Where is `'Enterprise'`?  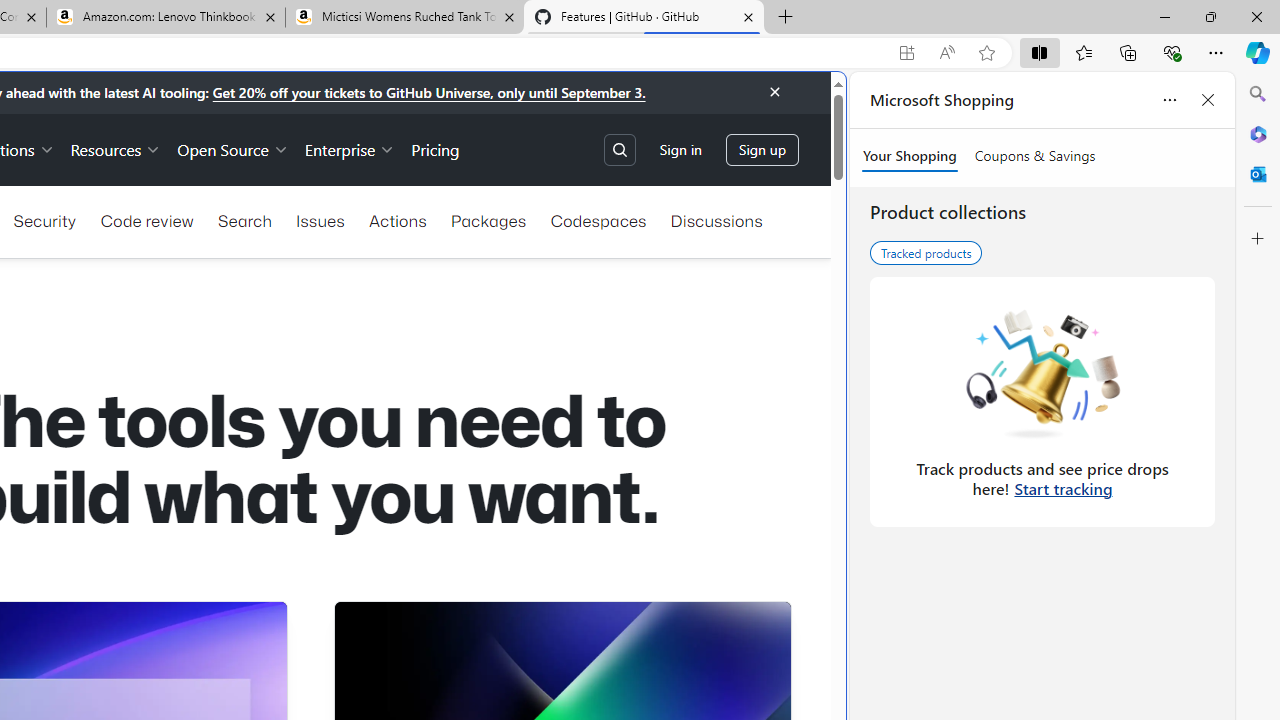 'Enterprise' is located at coordinates (350, 148).